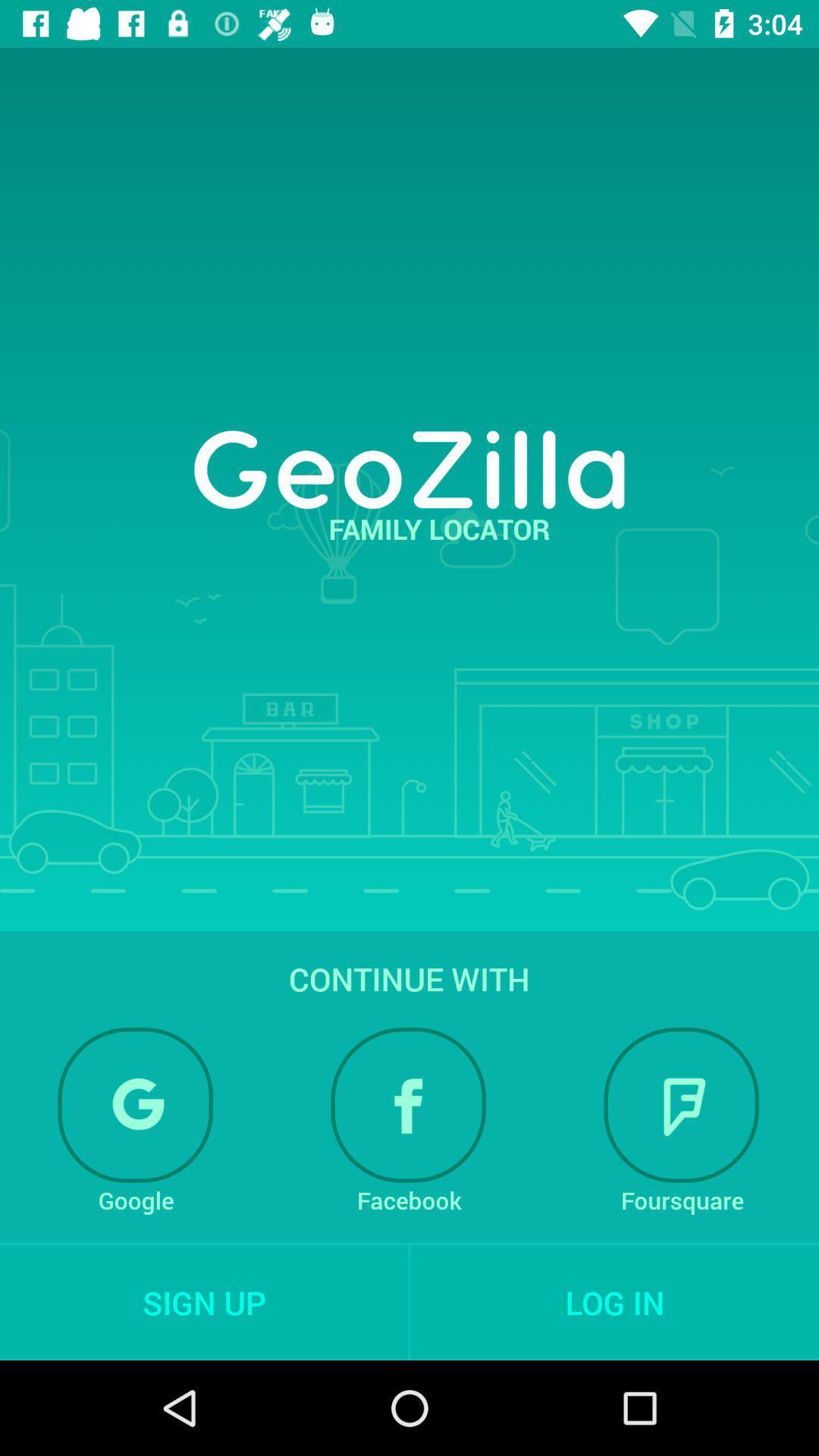 This screenshot has height=1456, width=819. I want to click on log in item, so click(614, 1301).